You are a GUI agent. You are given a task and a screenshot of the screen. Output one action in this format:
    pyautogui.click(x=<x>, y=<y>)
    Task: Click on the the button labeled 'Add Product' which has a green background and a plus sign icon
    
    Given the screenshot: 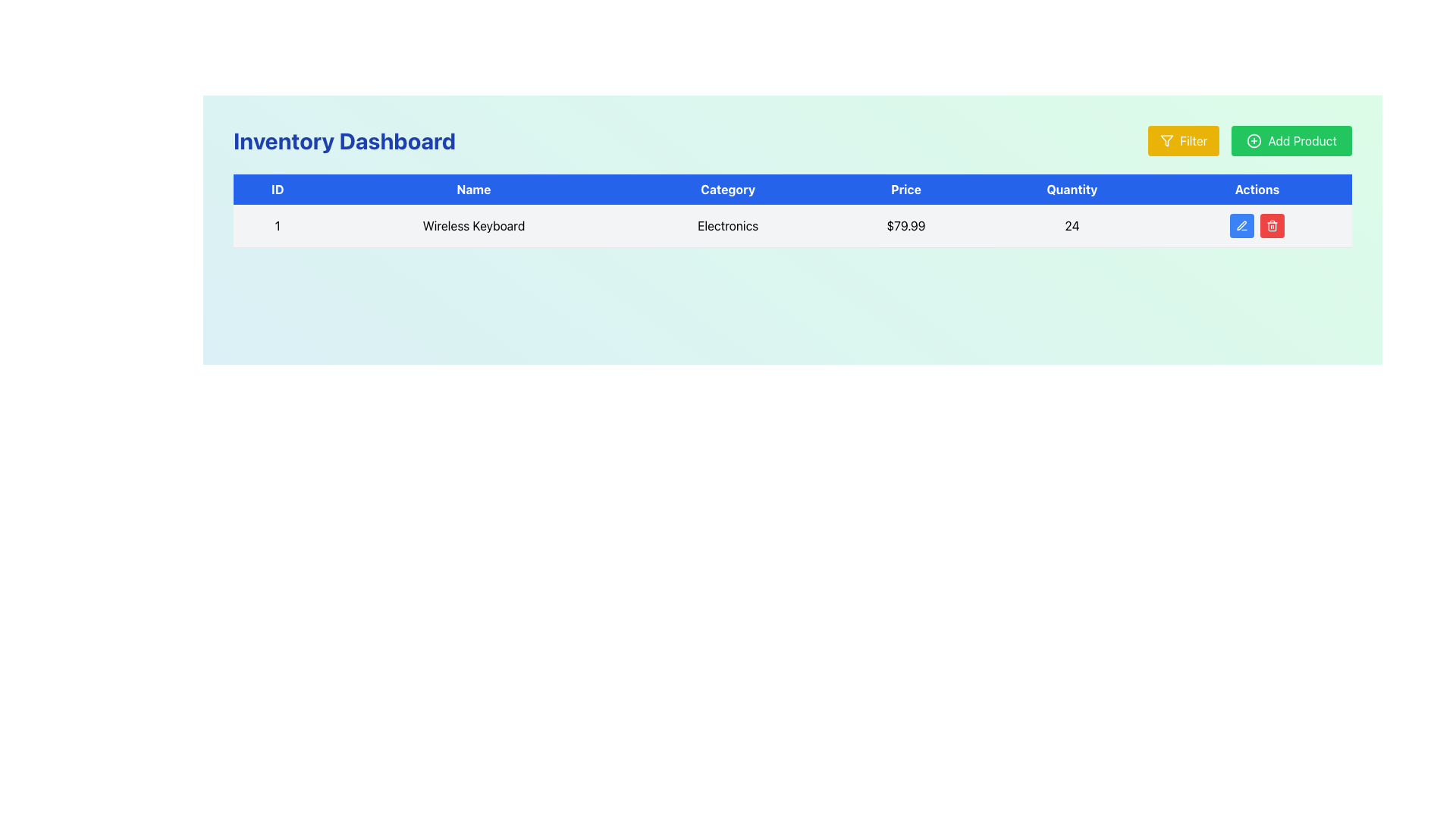 What is the action you would take?
    pyautogui.click(x=1291, y=140)
    